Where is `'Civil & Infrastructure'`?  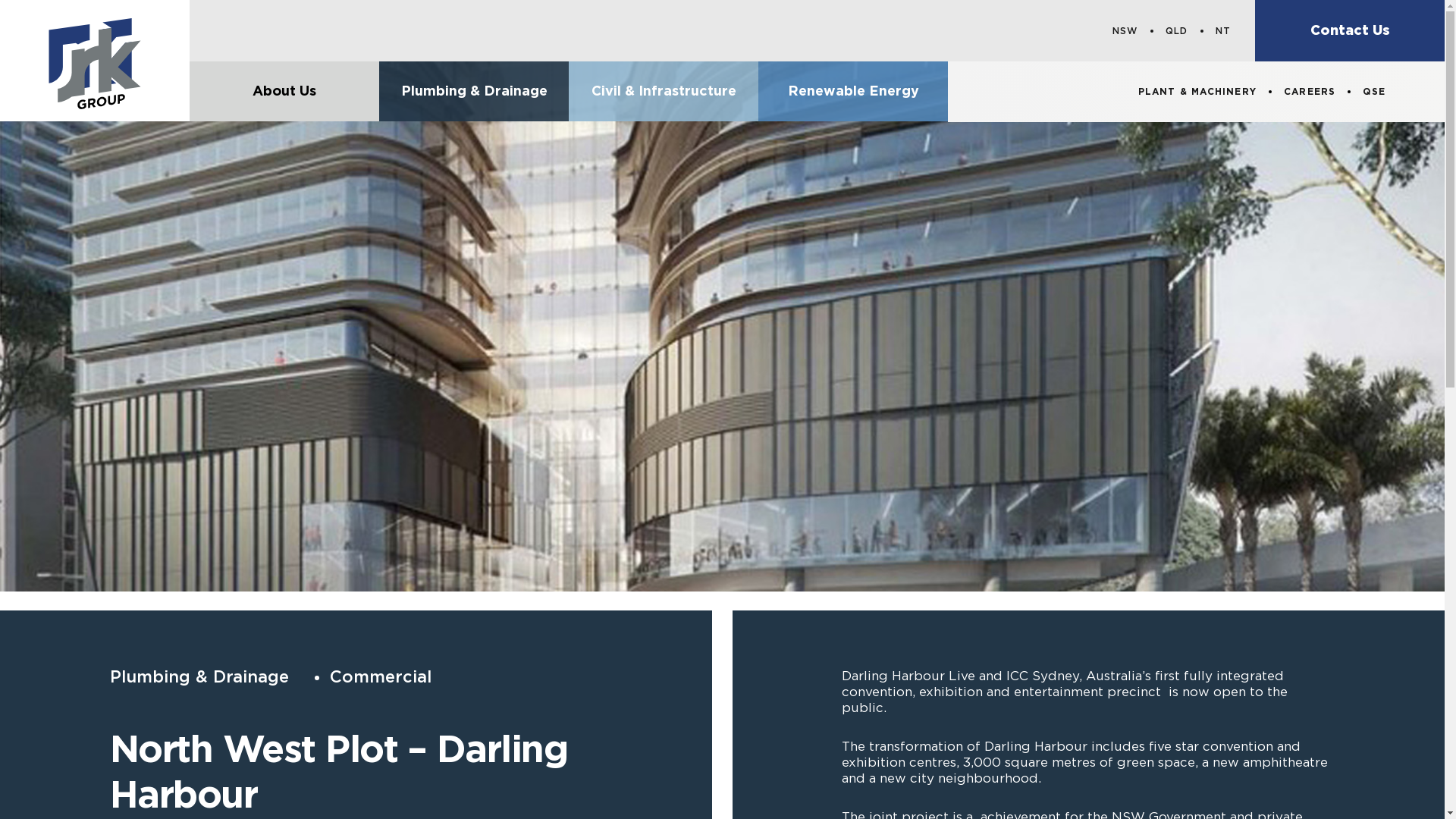
'Civil & Infrastructure' is located at coordinates (567, 91).